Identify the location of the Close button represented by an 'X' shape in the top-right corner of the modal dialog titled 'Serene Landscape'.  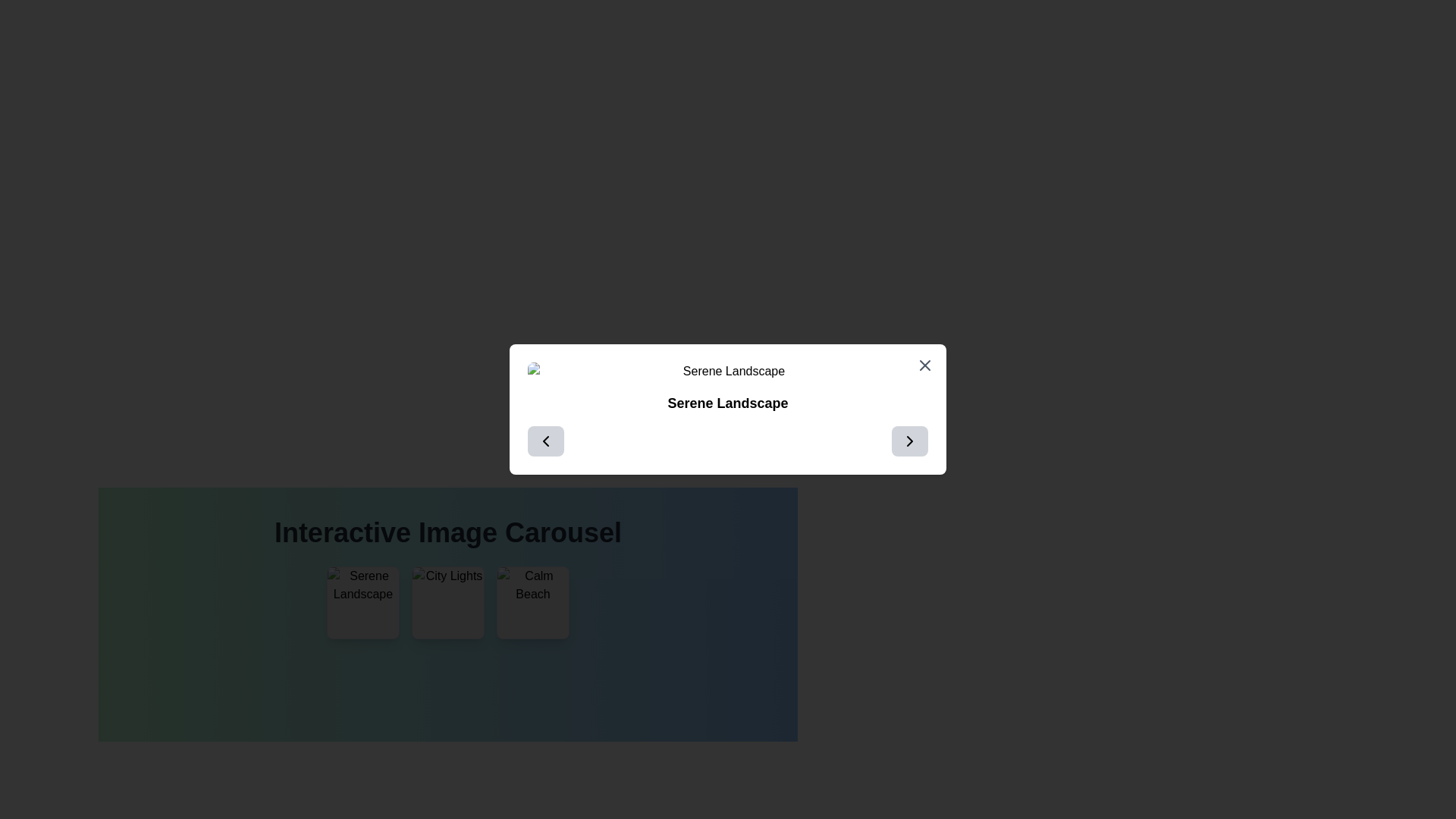
(924, 366).